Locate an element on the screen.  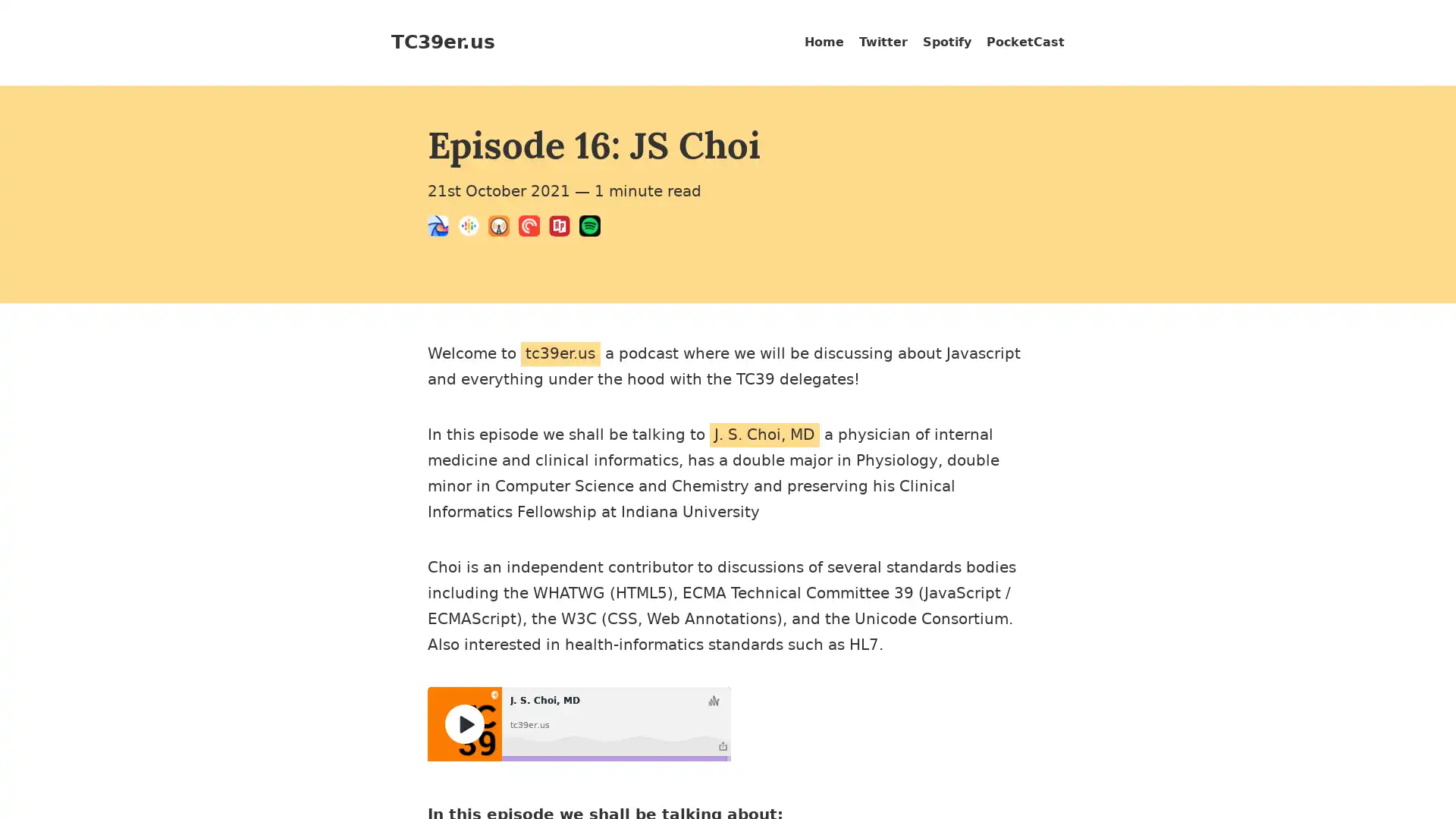
RadioPublic Logo is located at coordinates (563, 228).